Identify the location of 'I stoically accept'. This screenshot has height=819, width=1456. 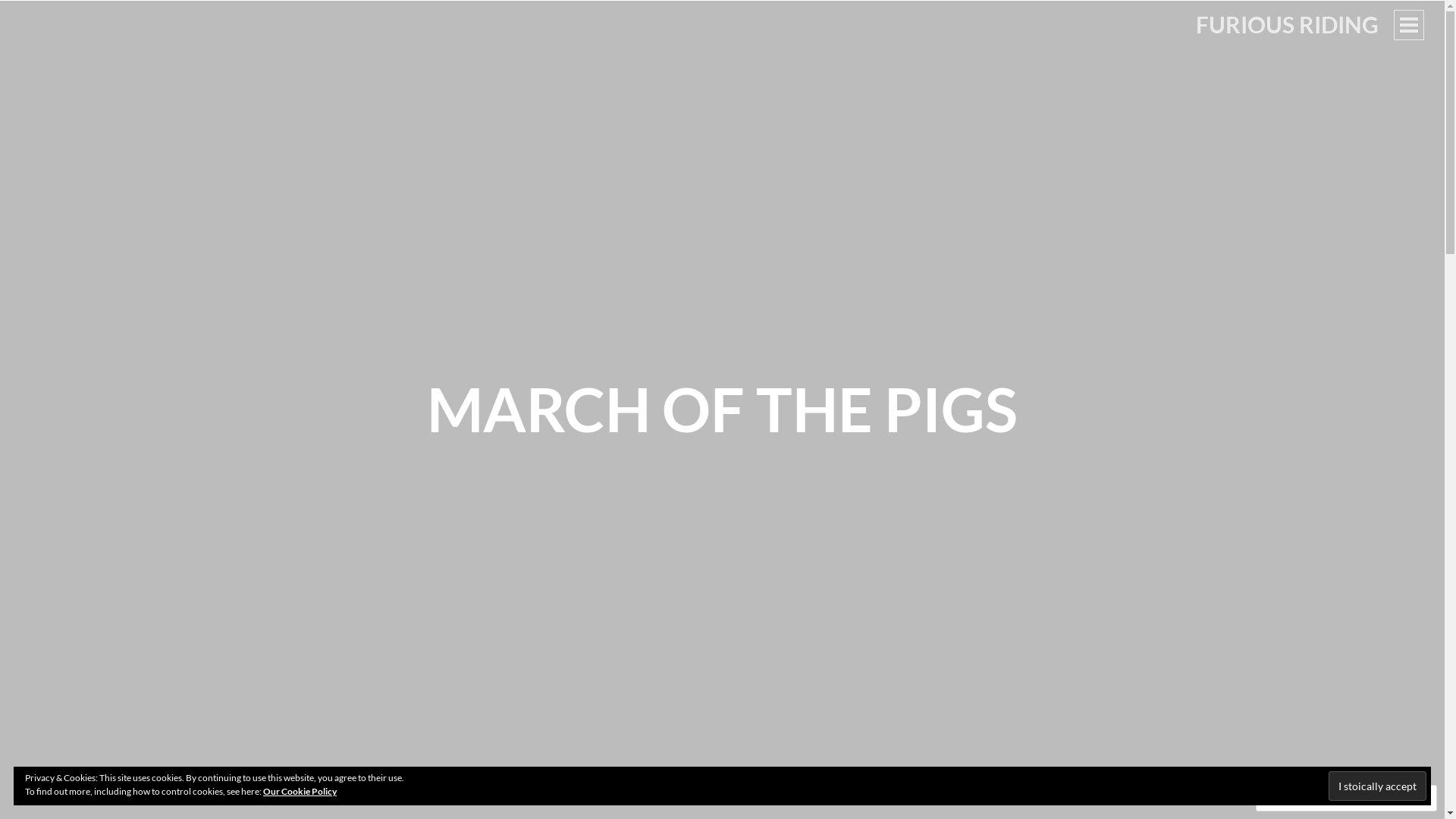
(1377, 785).